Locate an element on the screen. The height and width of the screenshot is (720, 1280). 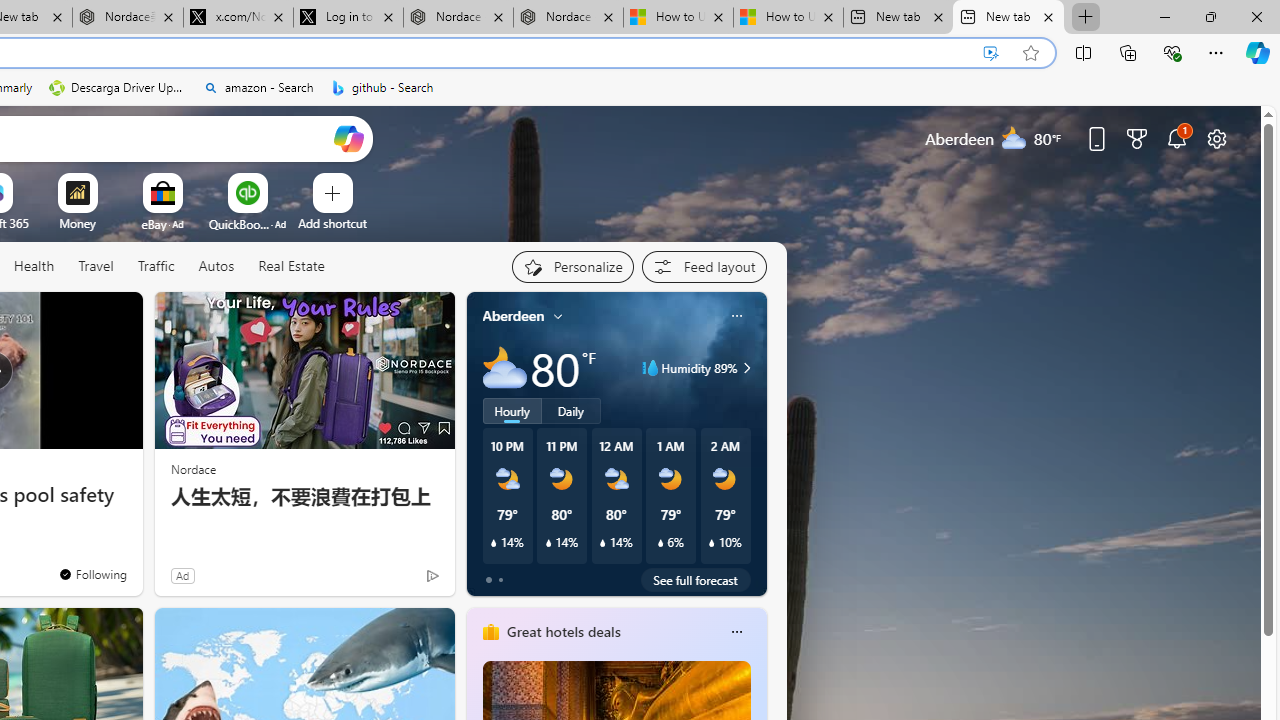
'Page settings' is located at coordinates (1215, 137).